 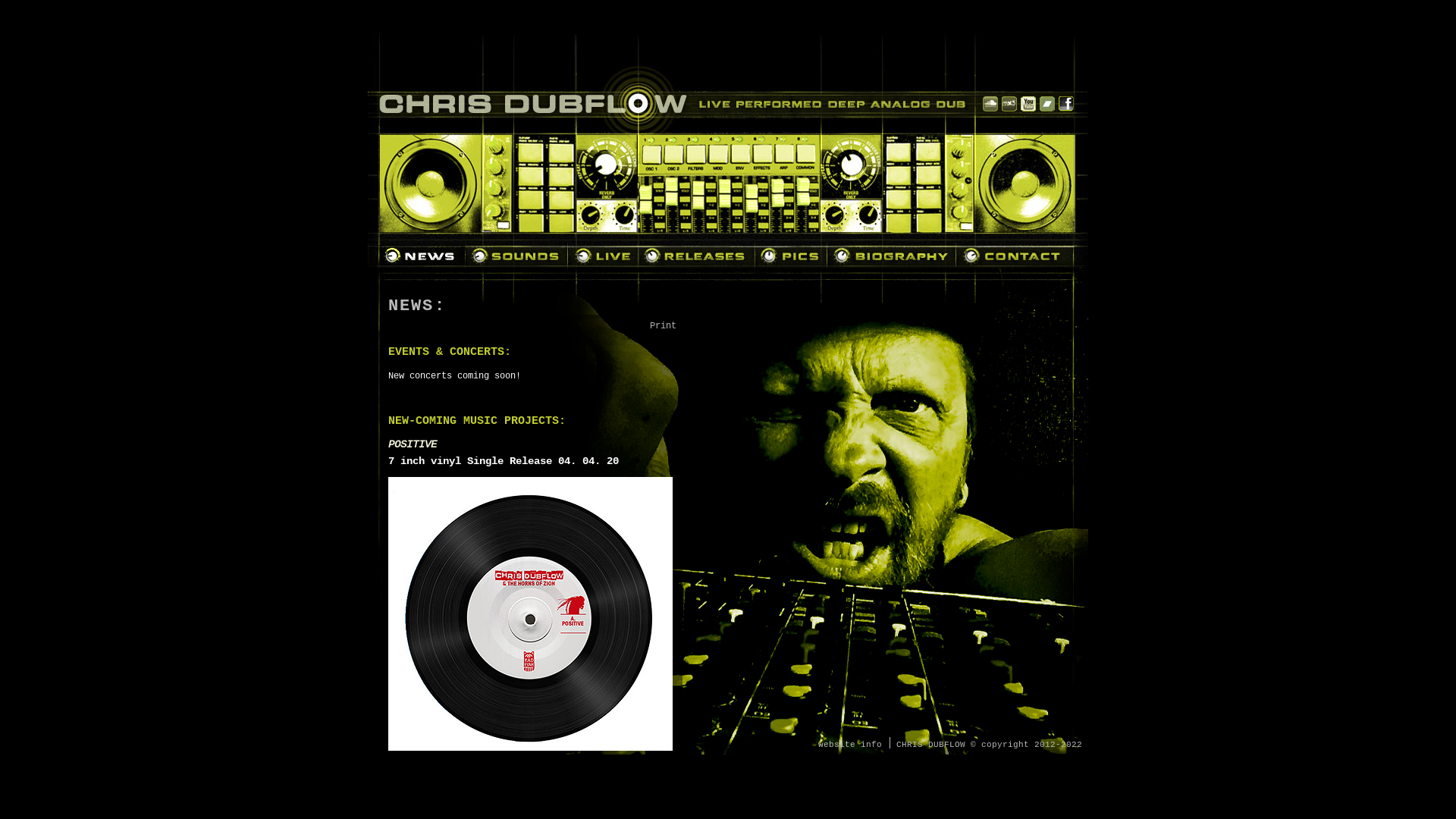 What do you see at coordinates (516, 256) in the screenshot?
I see `'SOUNDS'` at bounding box center [516, 256].